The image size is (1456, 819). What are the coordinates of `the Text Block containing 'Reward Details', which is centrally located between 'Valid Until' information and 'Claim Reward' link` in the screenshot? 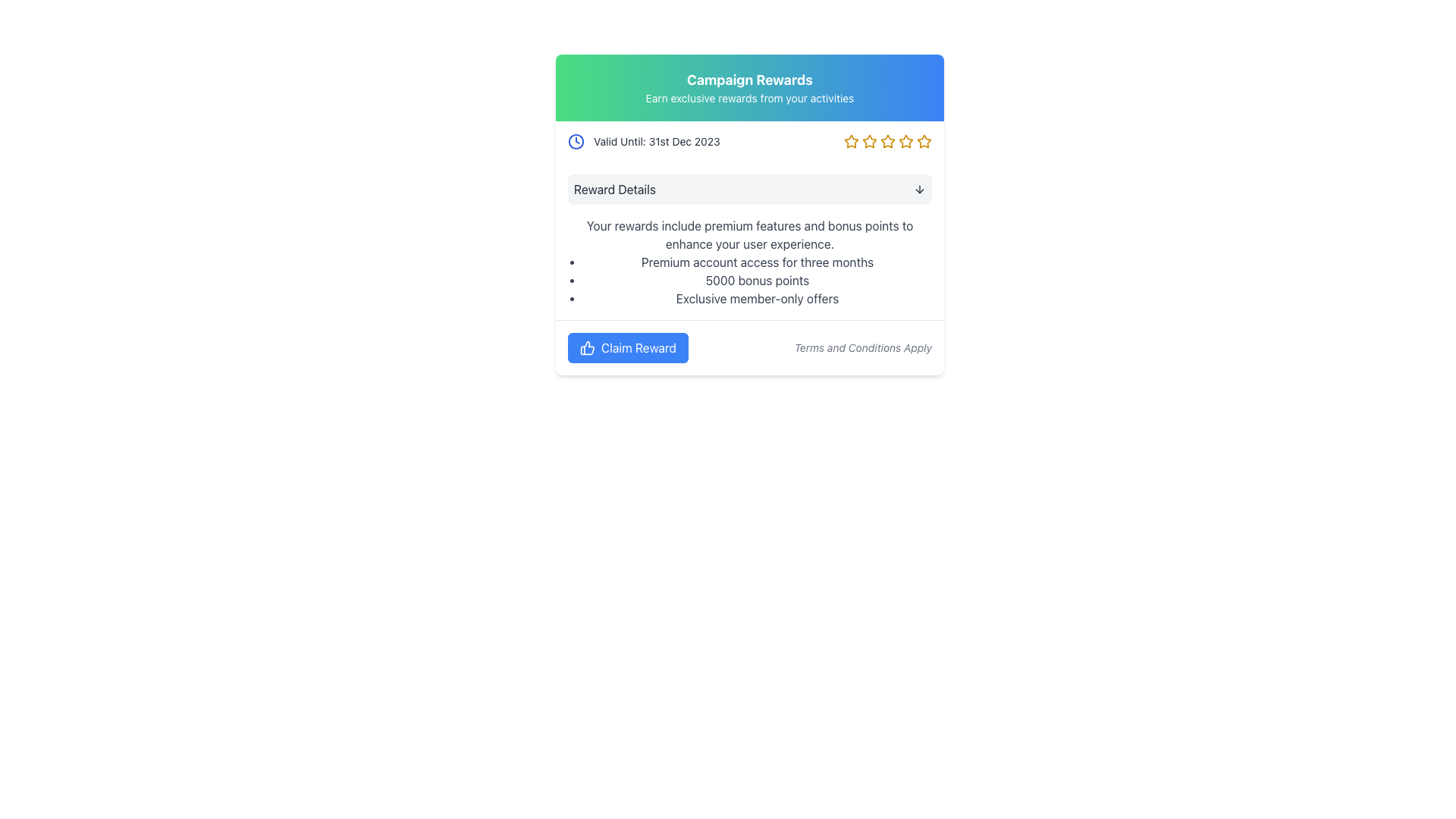 It's located at (749, 240).